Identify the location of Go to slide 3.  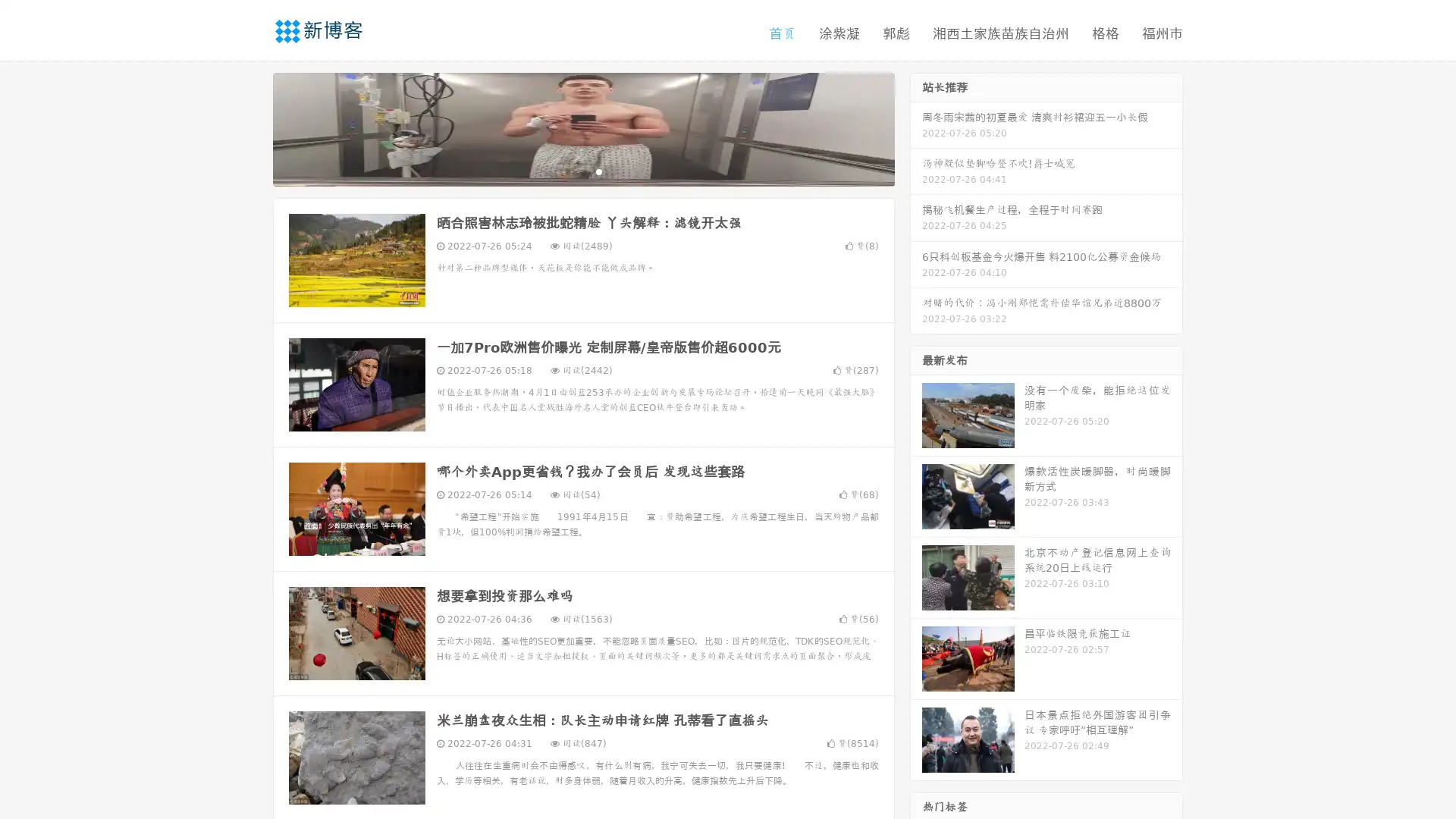
(598, 171).